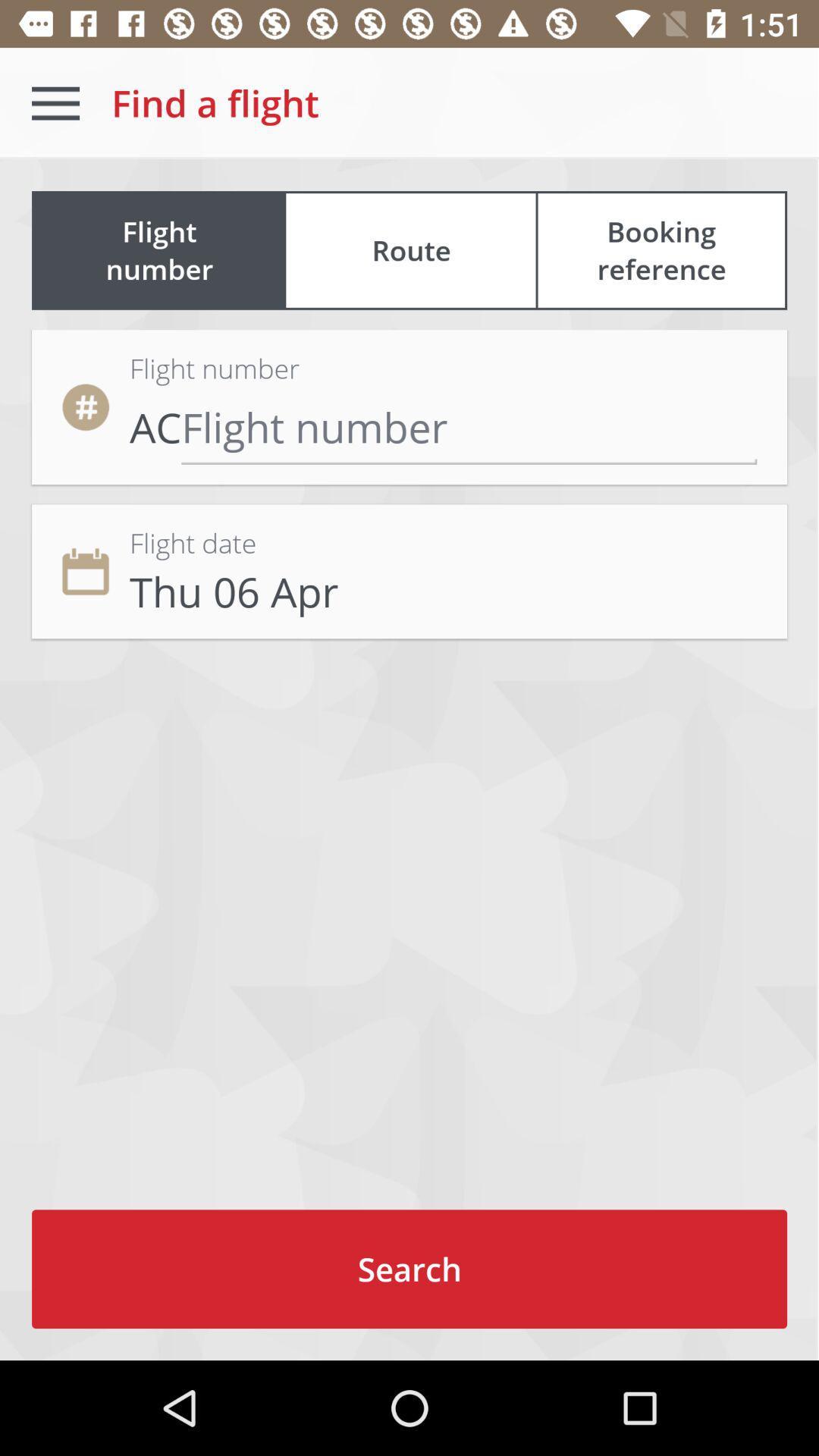  What do you see at coordinates (409, 1269) in the screenshot?
I see `search` at bounding box center [409, 1269].